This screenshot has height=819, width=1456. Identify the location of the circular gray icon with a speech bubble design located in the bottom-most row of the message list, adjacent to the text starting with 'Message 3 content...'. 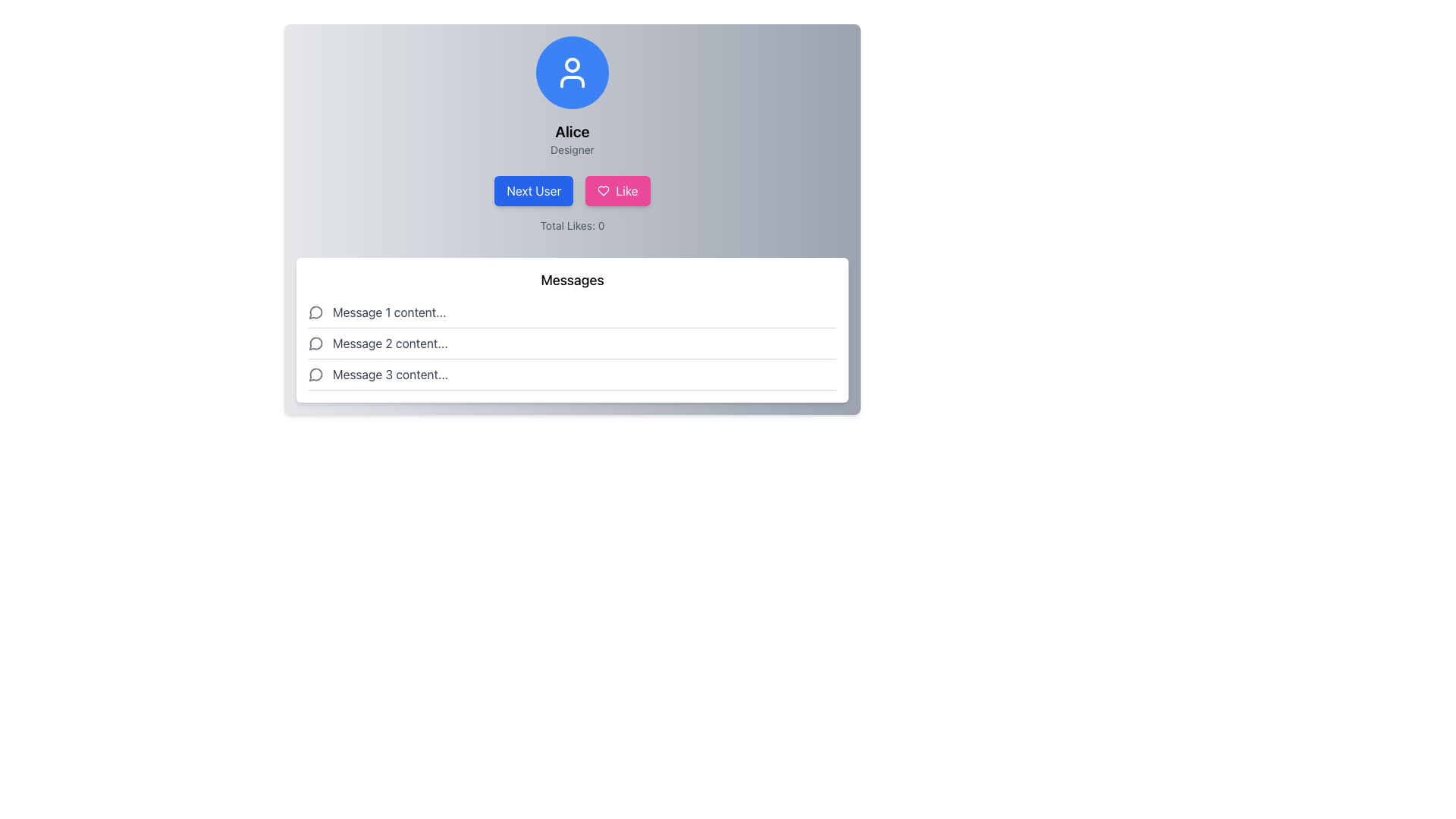
(315, 375).